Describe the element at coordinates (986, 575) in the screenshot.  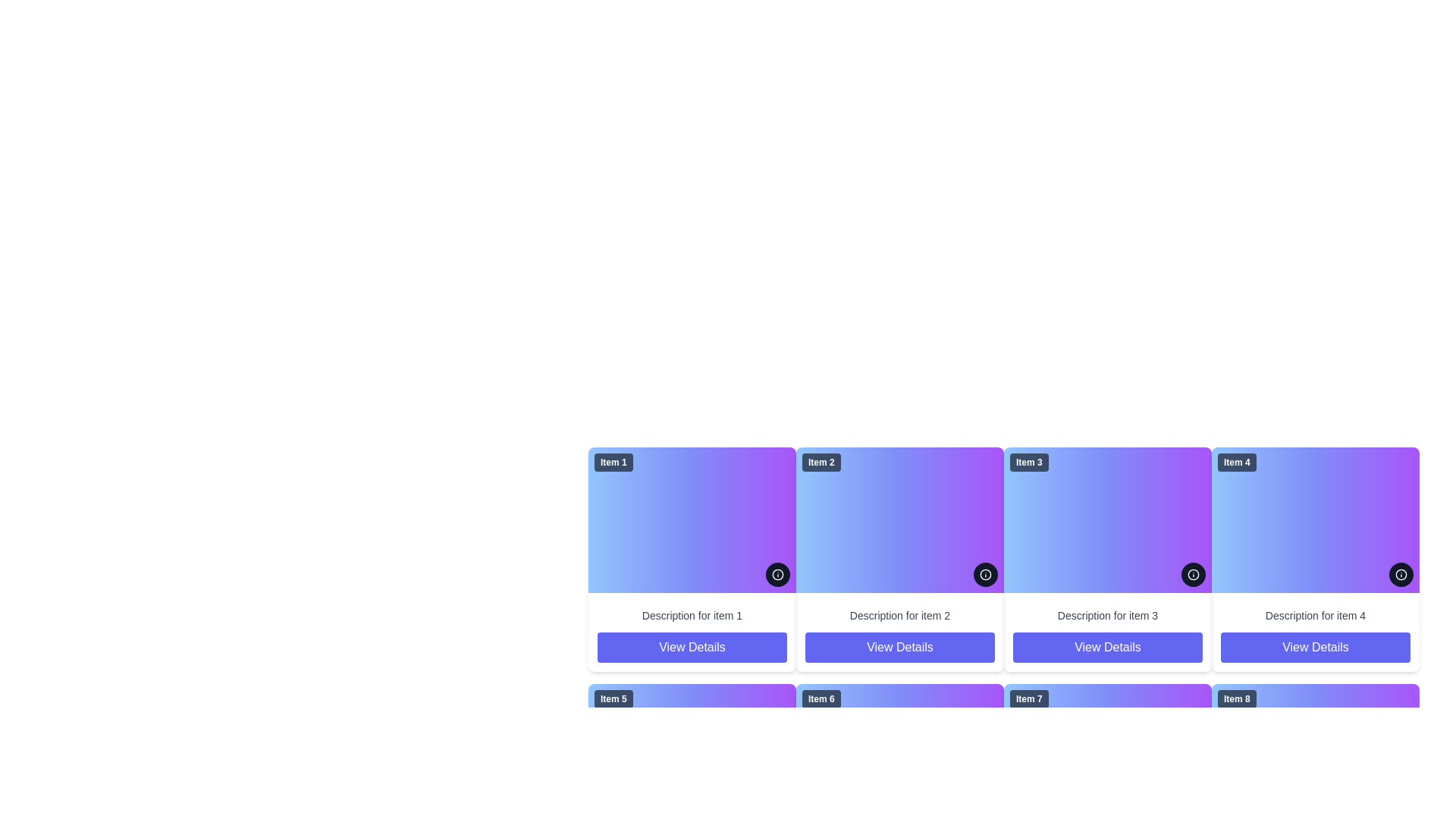
I see `the central circular part of the information icon located in the bottom-right corner of the card labeled 'Item 2' in the second row` at that location.